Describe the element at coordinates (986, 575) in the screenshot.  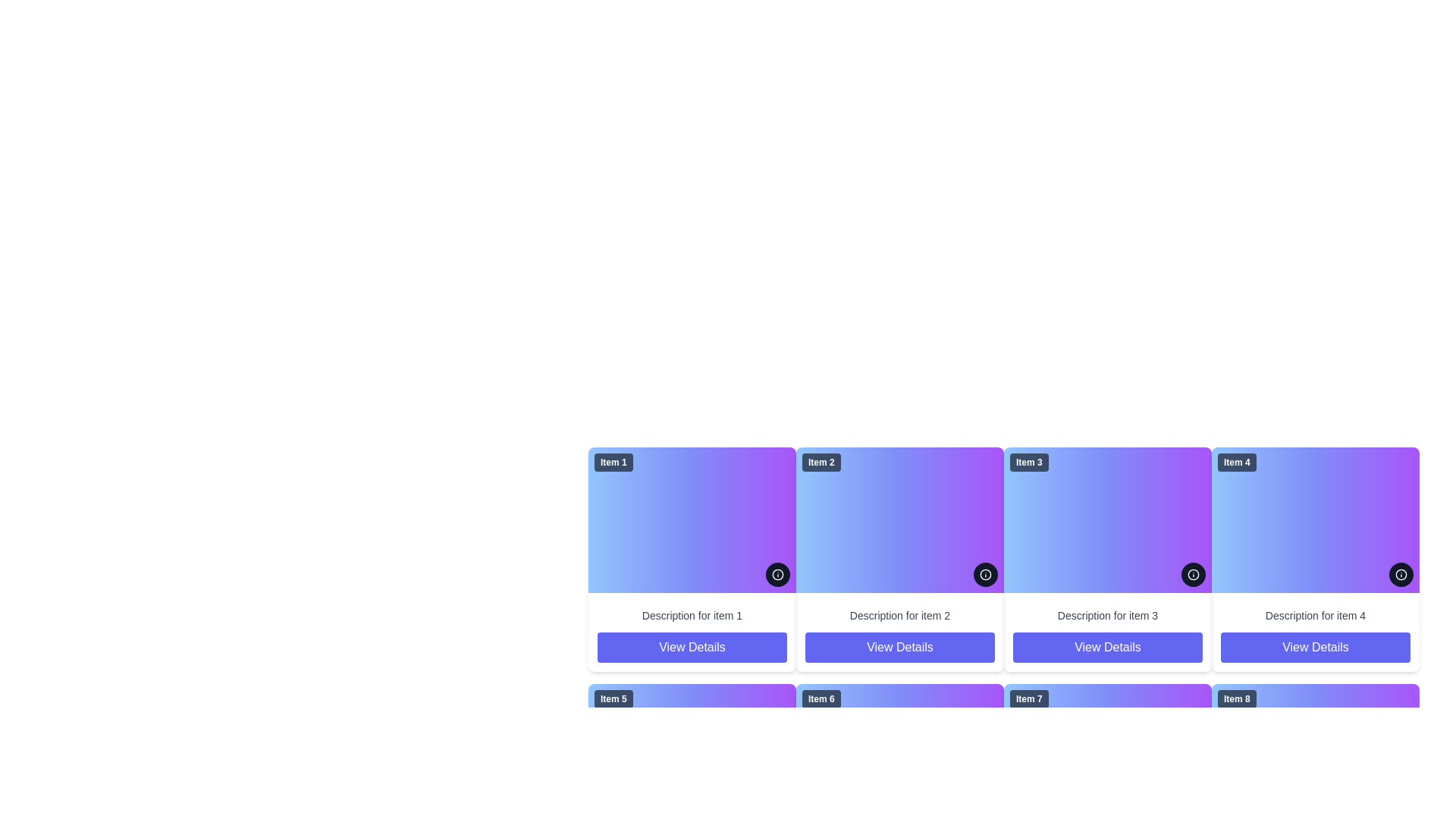
I see `the central circular part of the information icon located in the bottom-right corner of the card labeled 'Item 2' in the second row` at that location.